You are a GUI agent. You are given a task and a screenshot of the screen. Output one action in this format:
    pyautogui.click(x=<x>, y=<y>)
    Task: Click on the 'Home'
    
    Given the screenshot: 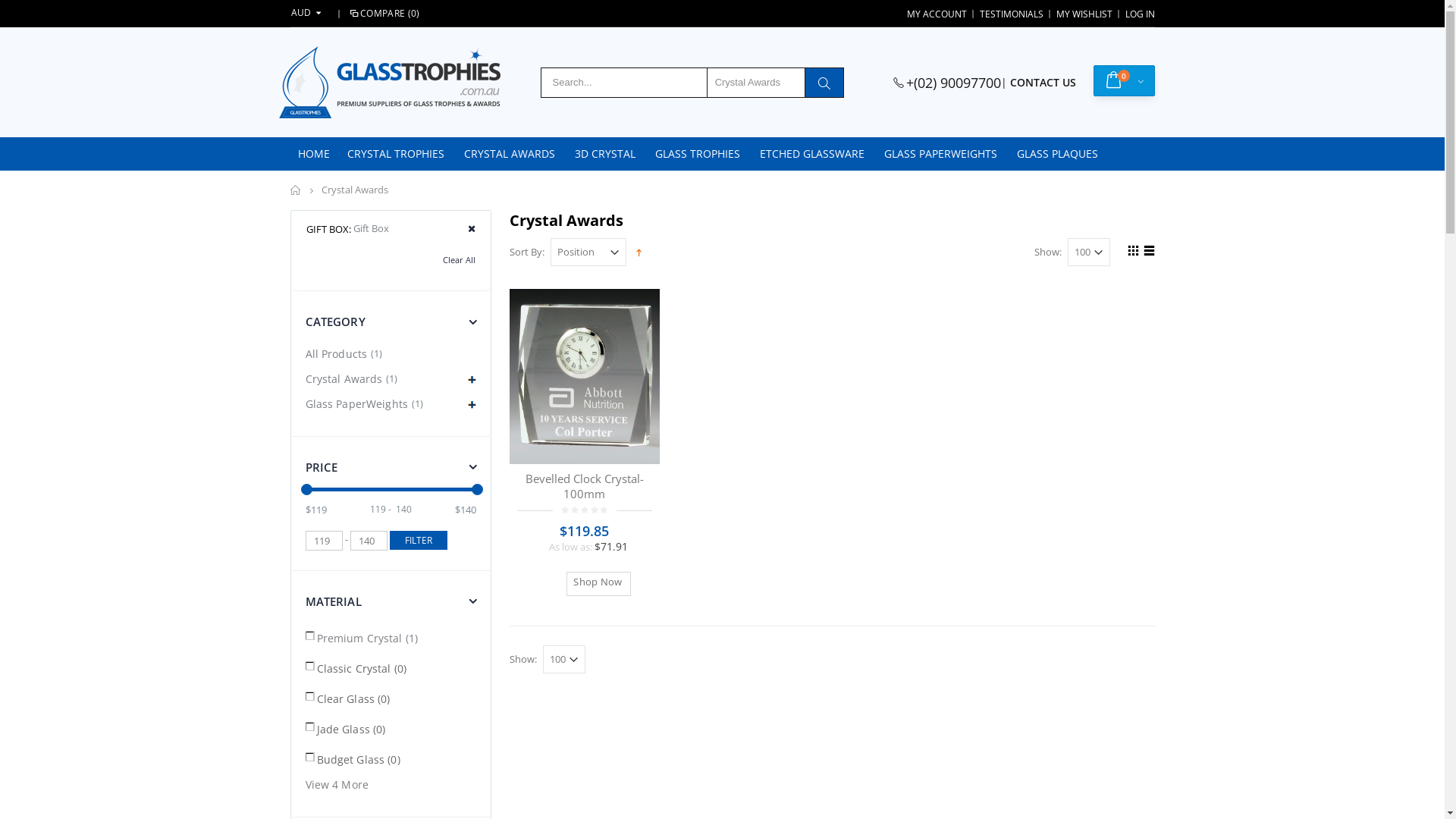 What is the action you would take?
    pyautogui.click(x=290, y=189)
    